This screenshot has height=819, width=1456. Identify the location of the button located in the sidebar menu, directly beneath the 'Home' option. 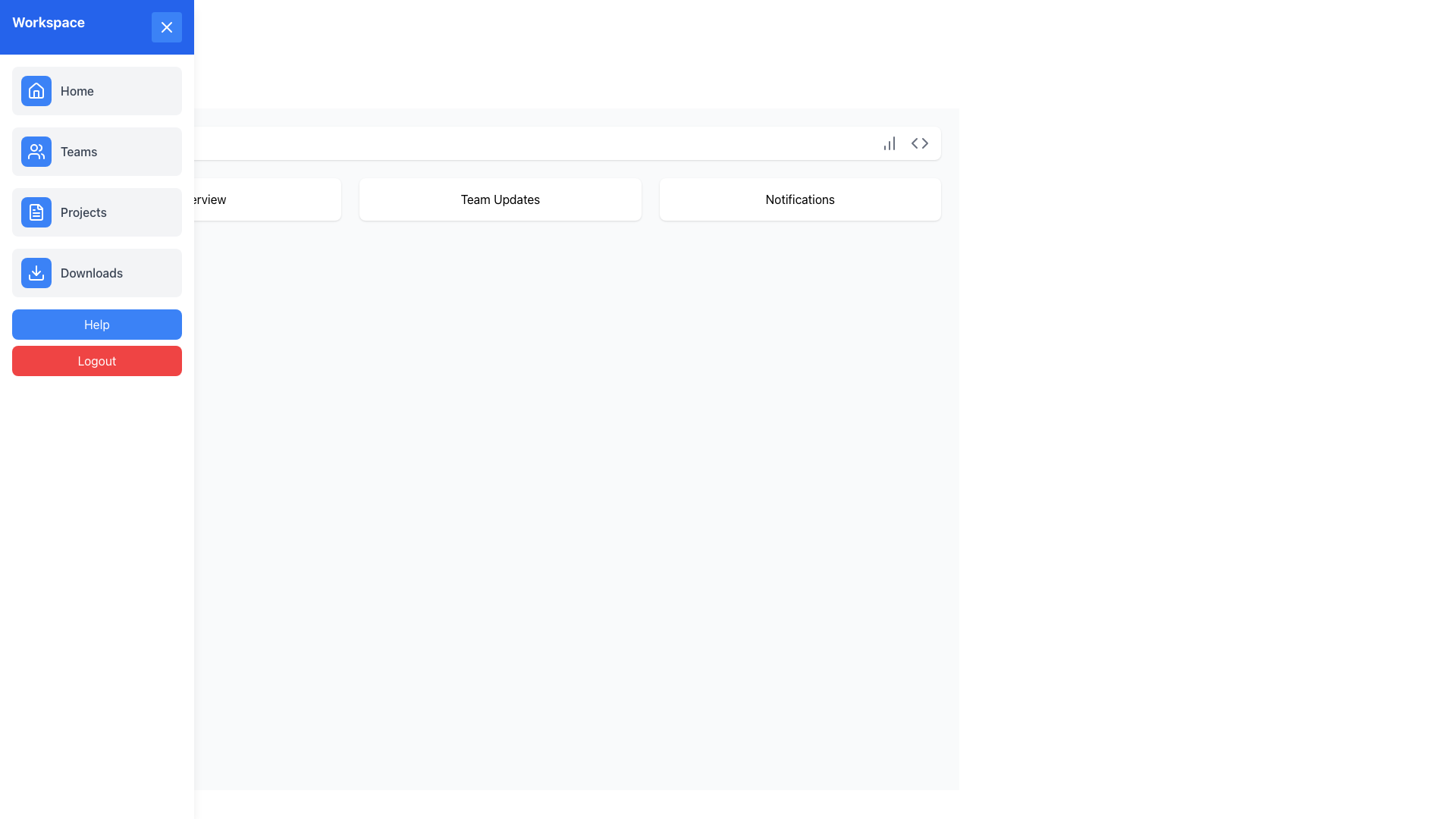
(96, 152).